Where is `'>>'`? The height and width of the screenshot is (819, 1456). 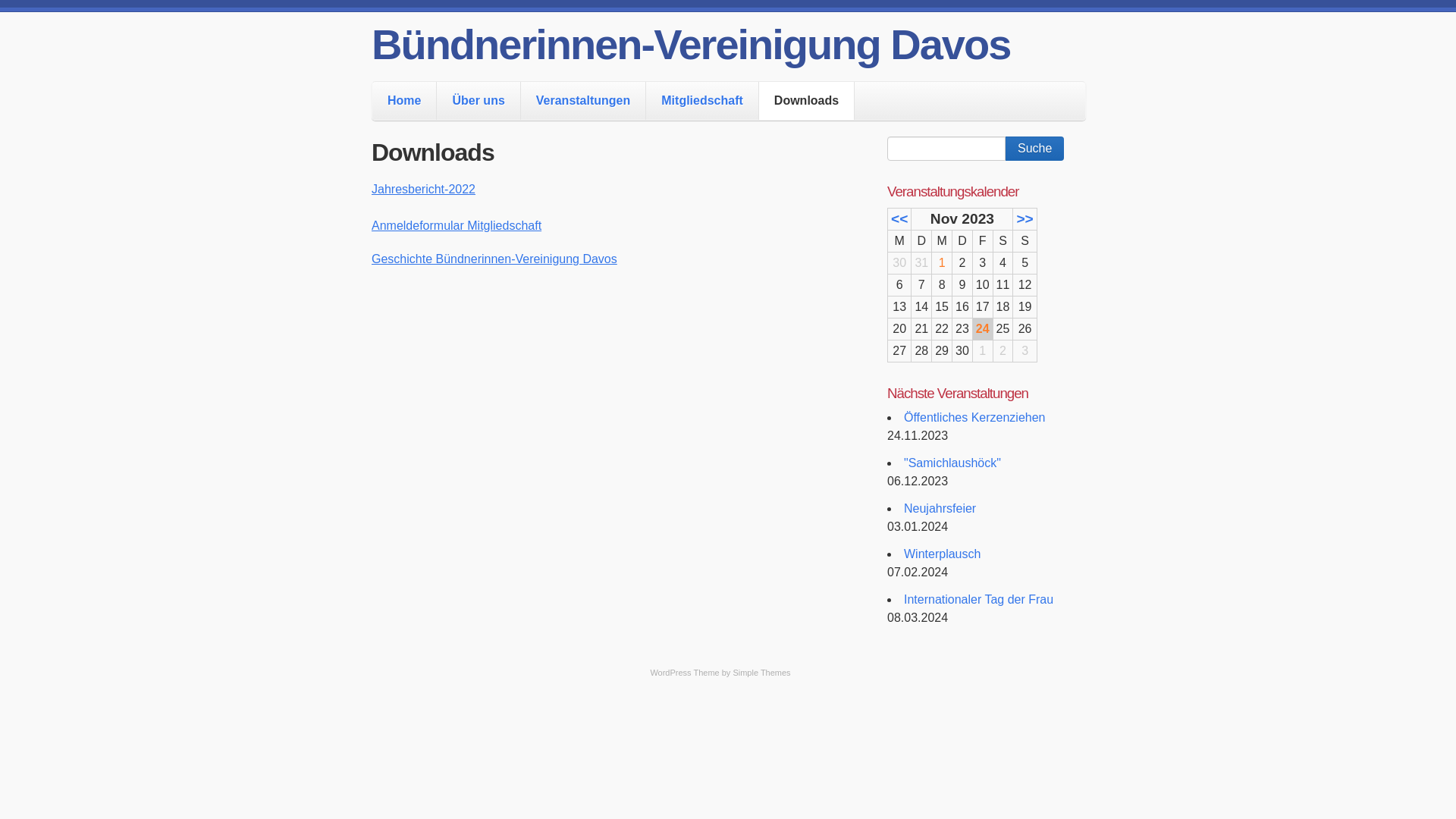
'>>' is located at coordinates (1024, 218).